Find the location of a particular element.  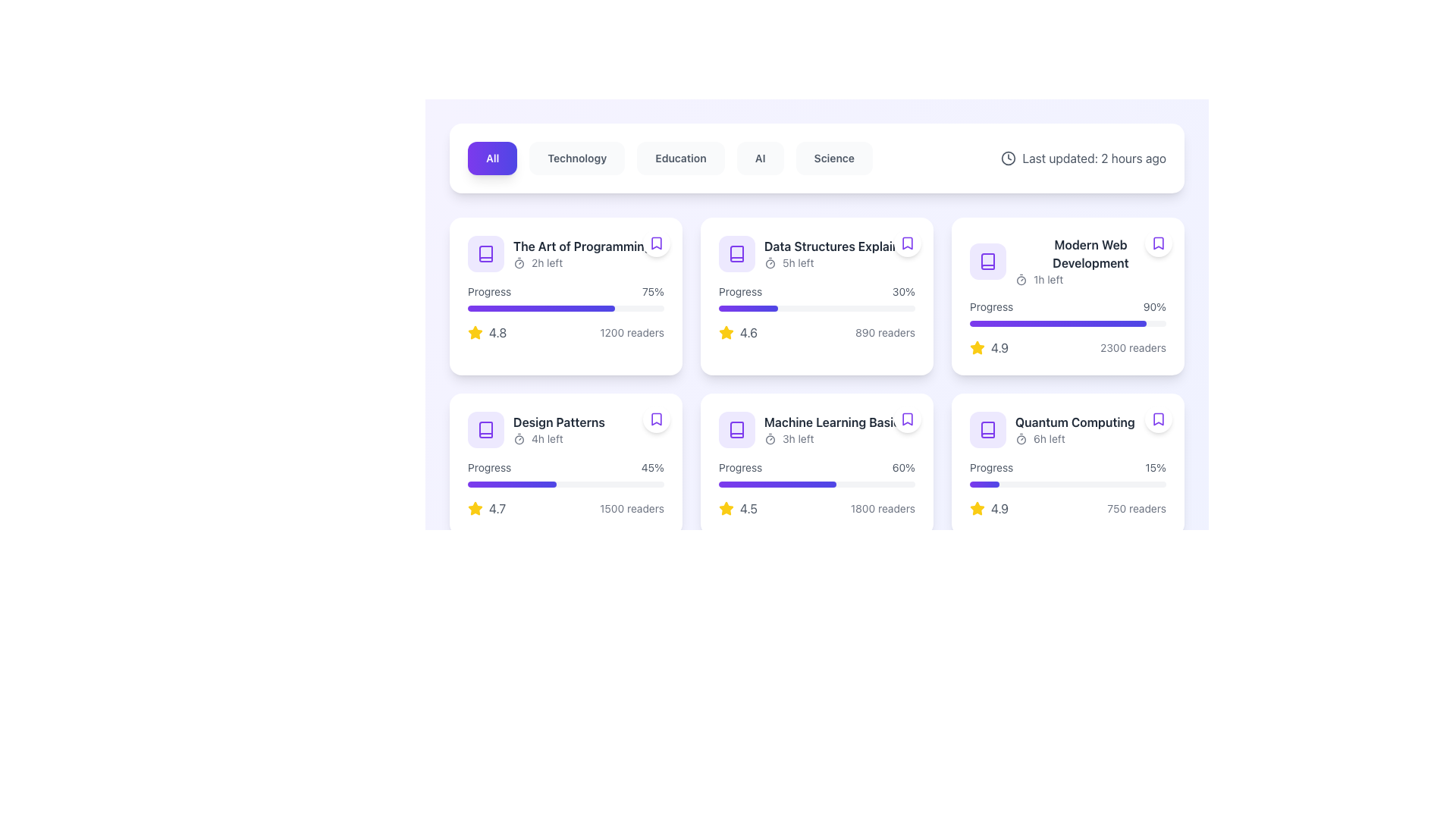

the star icon representing the rating of 'Modern Web Development' for additional options is located at coordinates (977, 348).